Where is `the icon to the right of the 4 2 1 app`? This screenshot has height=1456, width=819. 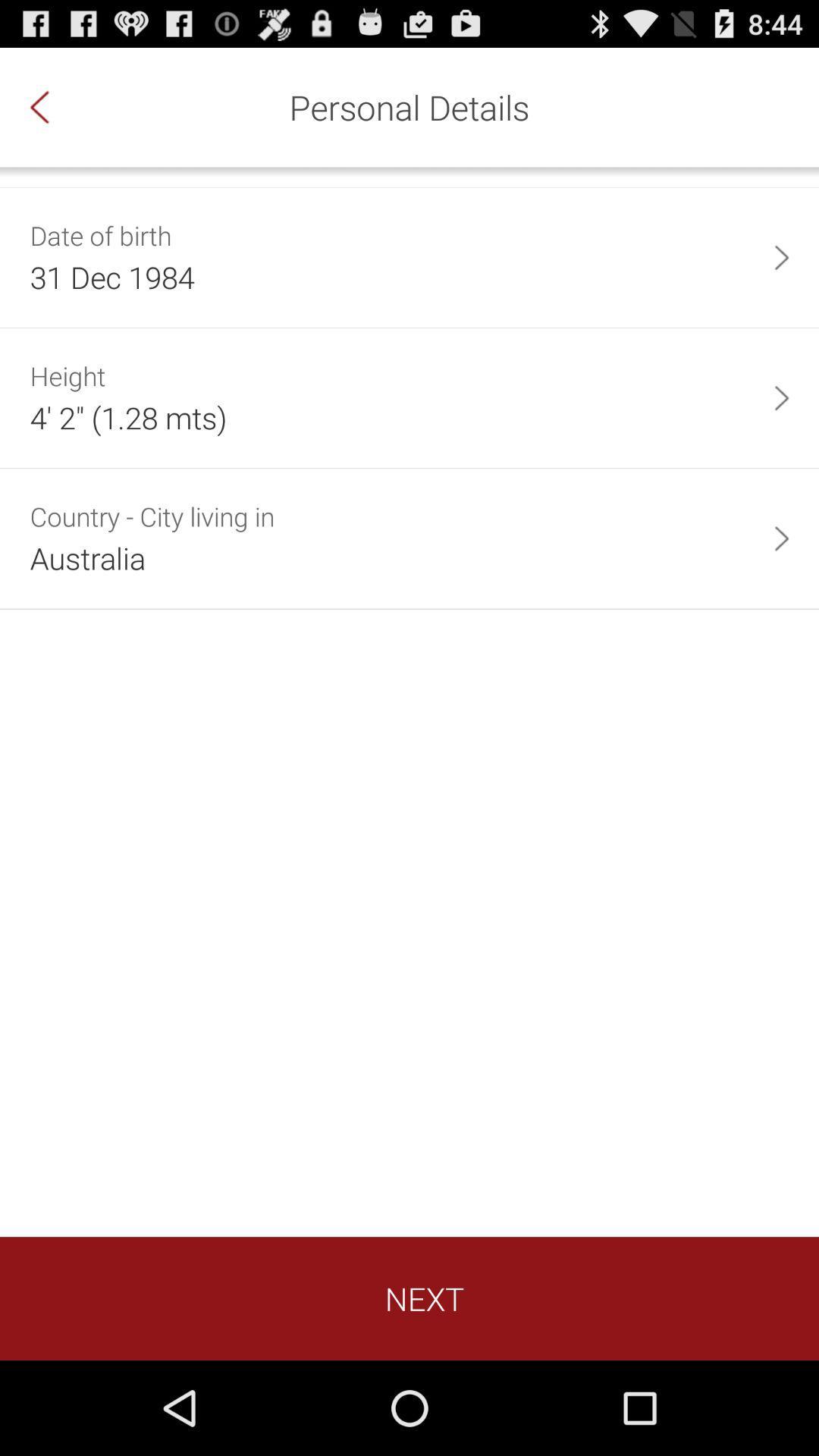 the icon to the right of the 4 2 1 app is located at coordinates (781, 397).